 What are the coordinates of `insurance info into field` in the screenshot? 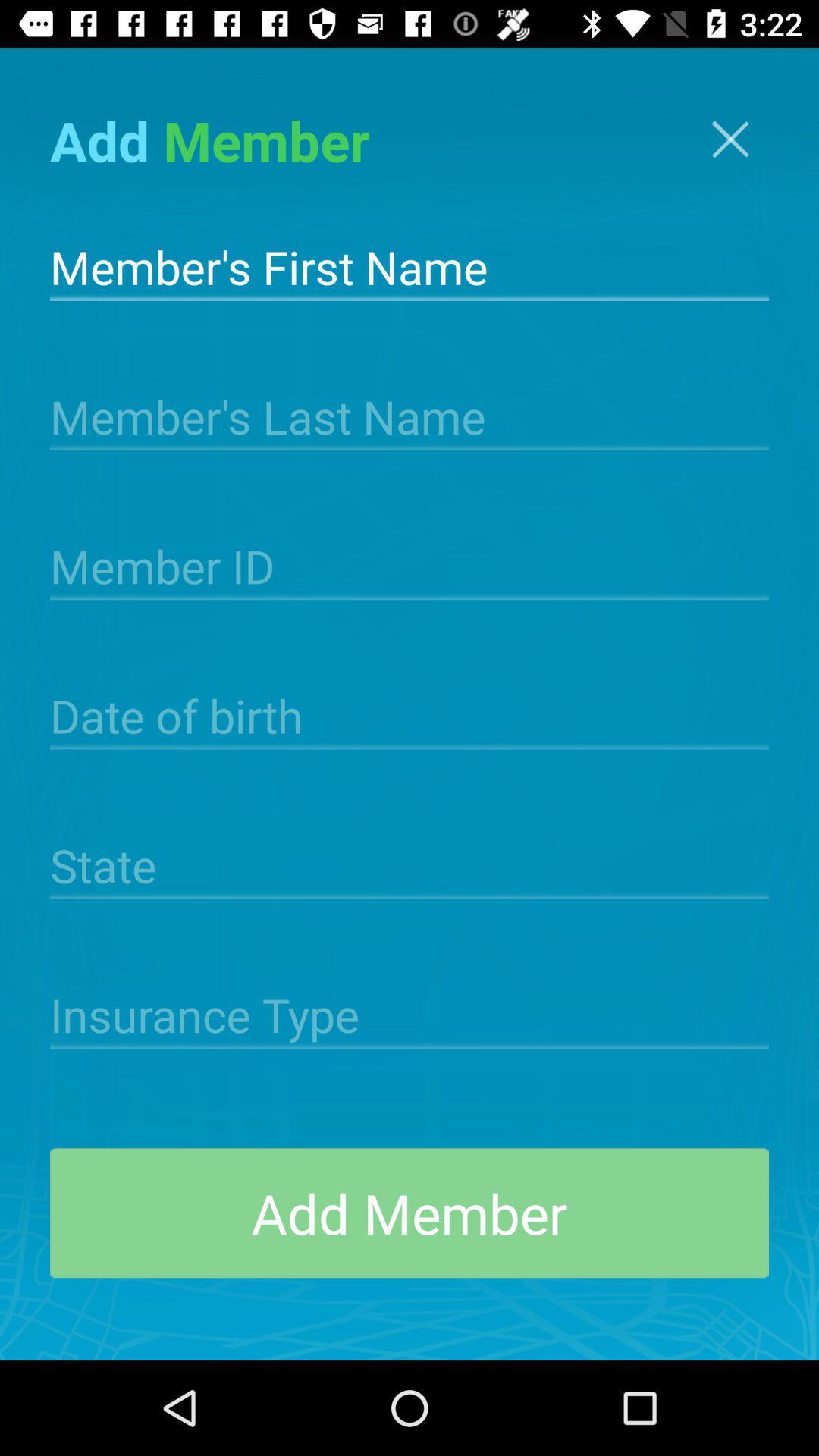 It's located at (409, 1013).